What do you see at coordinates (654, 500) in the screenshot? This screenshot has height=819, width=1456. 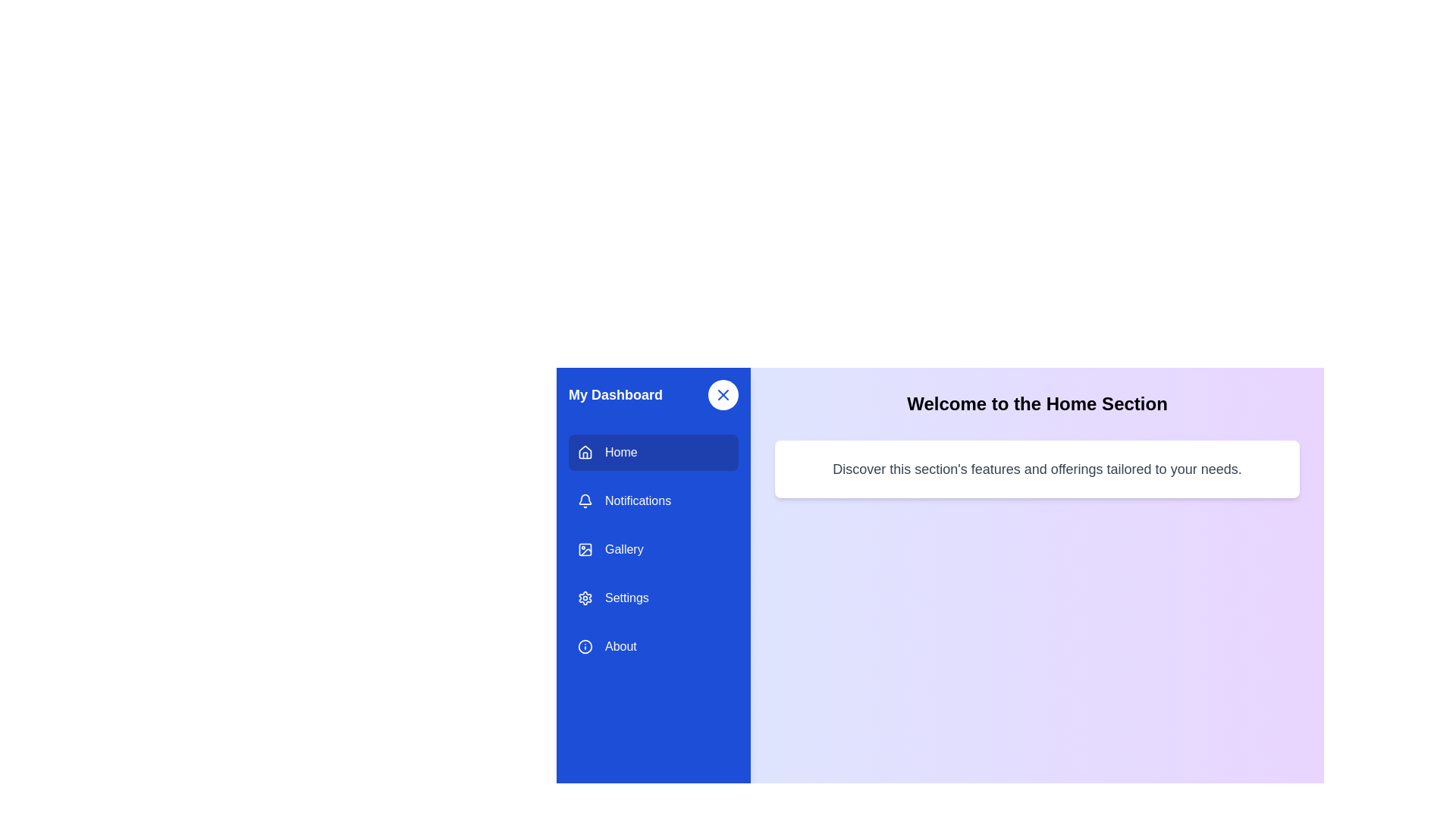 I see `the menu item labeled Notifications to navigate to its section` at bounding box center [654, 500].